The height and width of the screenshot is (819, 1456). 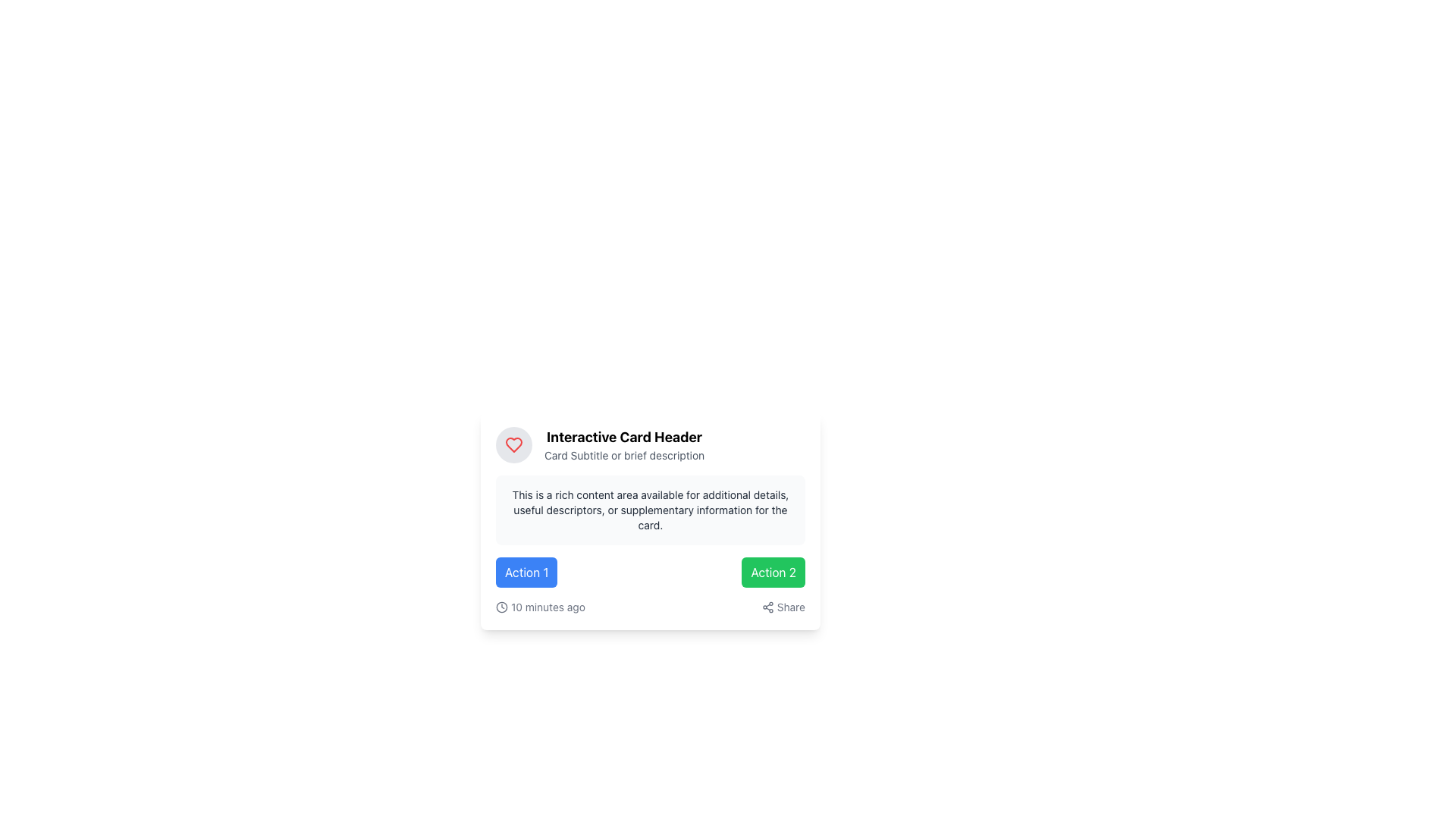 I want to click on the time icon located in the bottom-left section of the card layout, which visually precedes the text '10 minutes ago', so click(x=502, y=607).